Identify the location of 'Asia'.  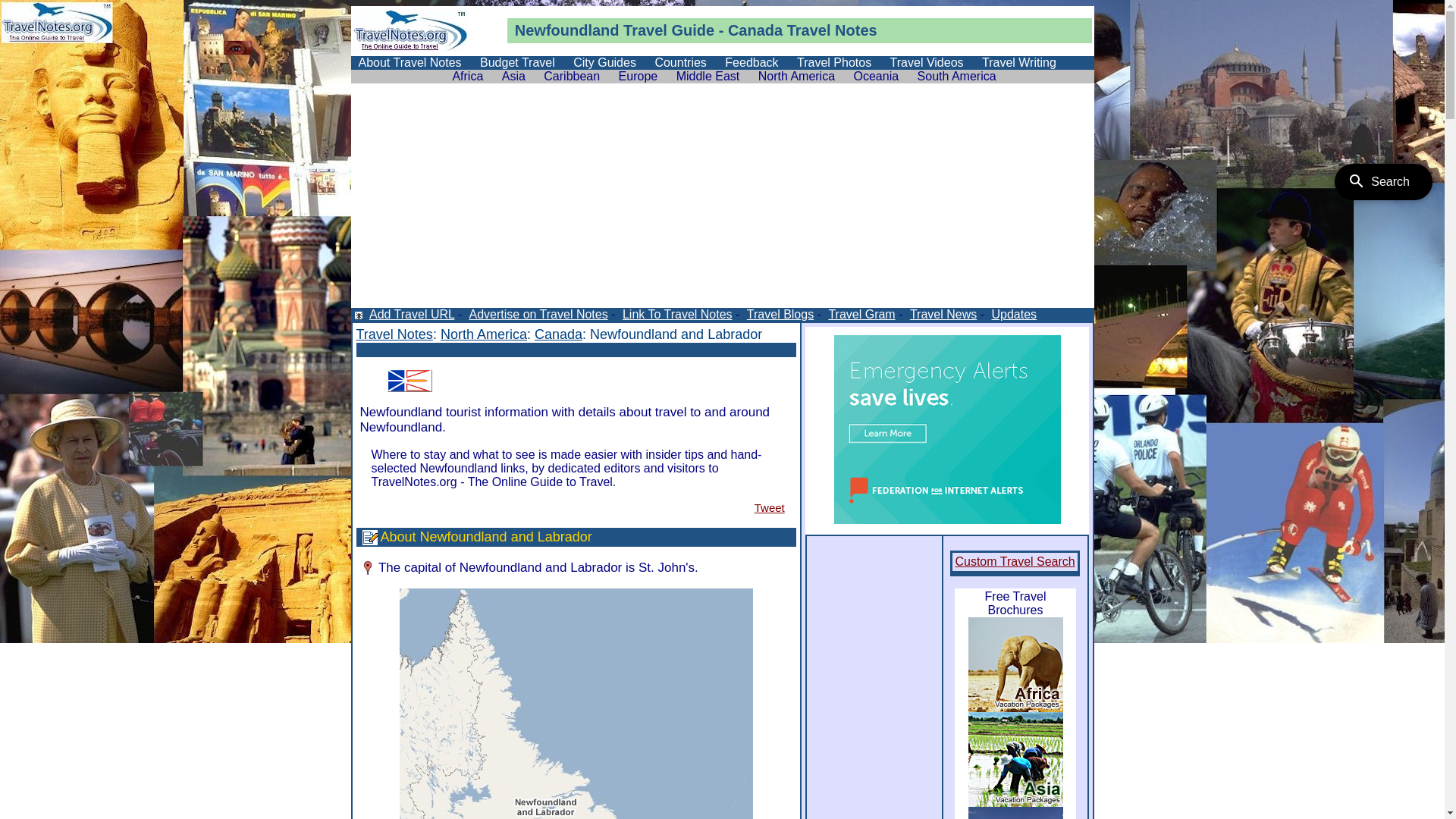
(513, 76).